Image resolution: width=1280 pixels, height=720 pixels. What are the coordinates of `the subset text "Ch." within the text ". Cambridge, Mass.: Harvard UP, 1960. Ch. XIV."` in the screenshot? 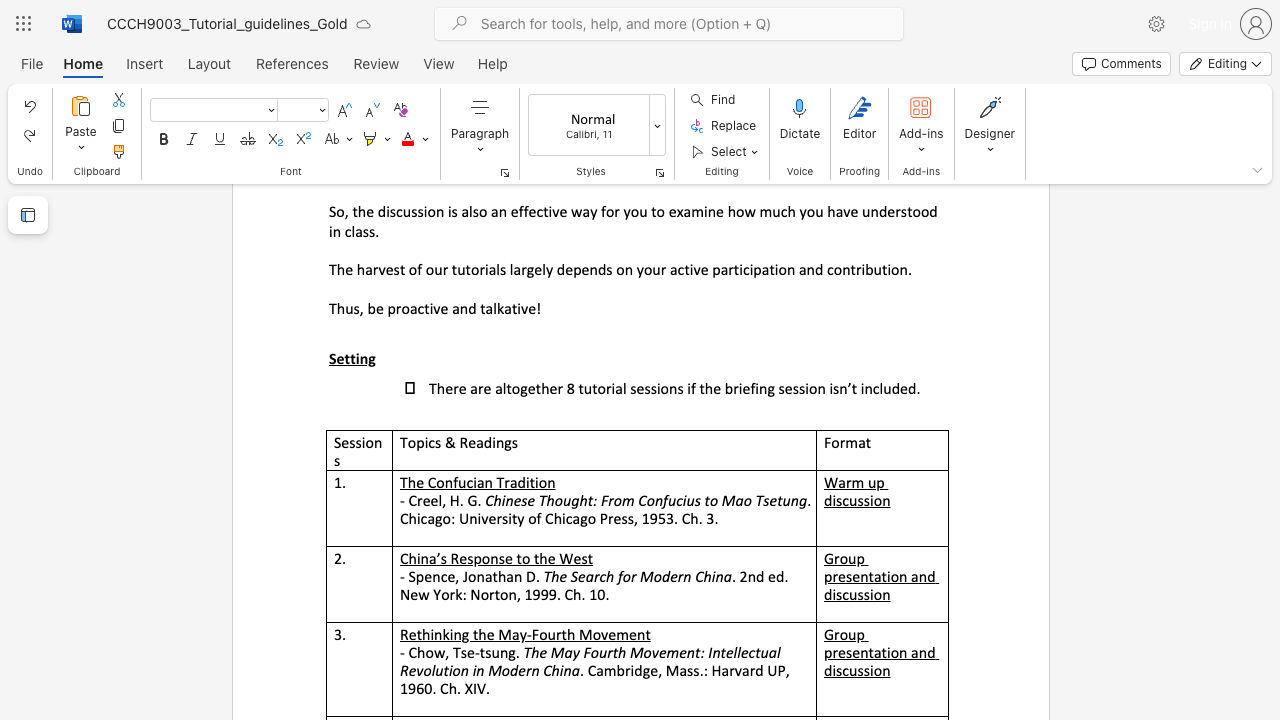 It's located at (439, 687).